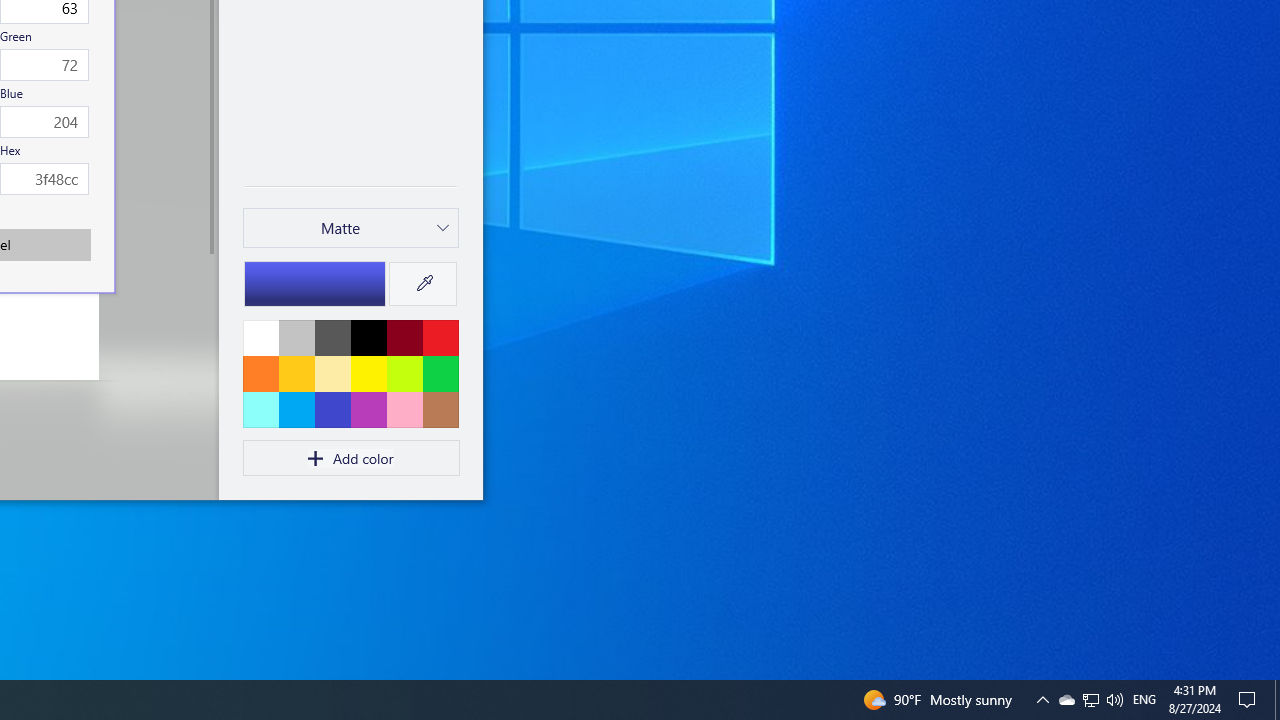 Image resolution: width=1280 pixels, height=720 pixels. I want to click on 'User Promoted Notification Area', so click(1113, 698).